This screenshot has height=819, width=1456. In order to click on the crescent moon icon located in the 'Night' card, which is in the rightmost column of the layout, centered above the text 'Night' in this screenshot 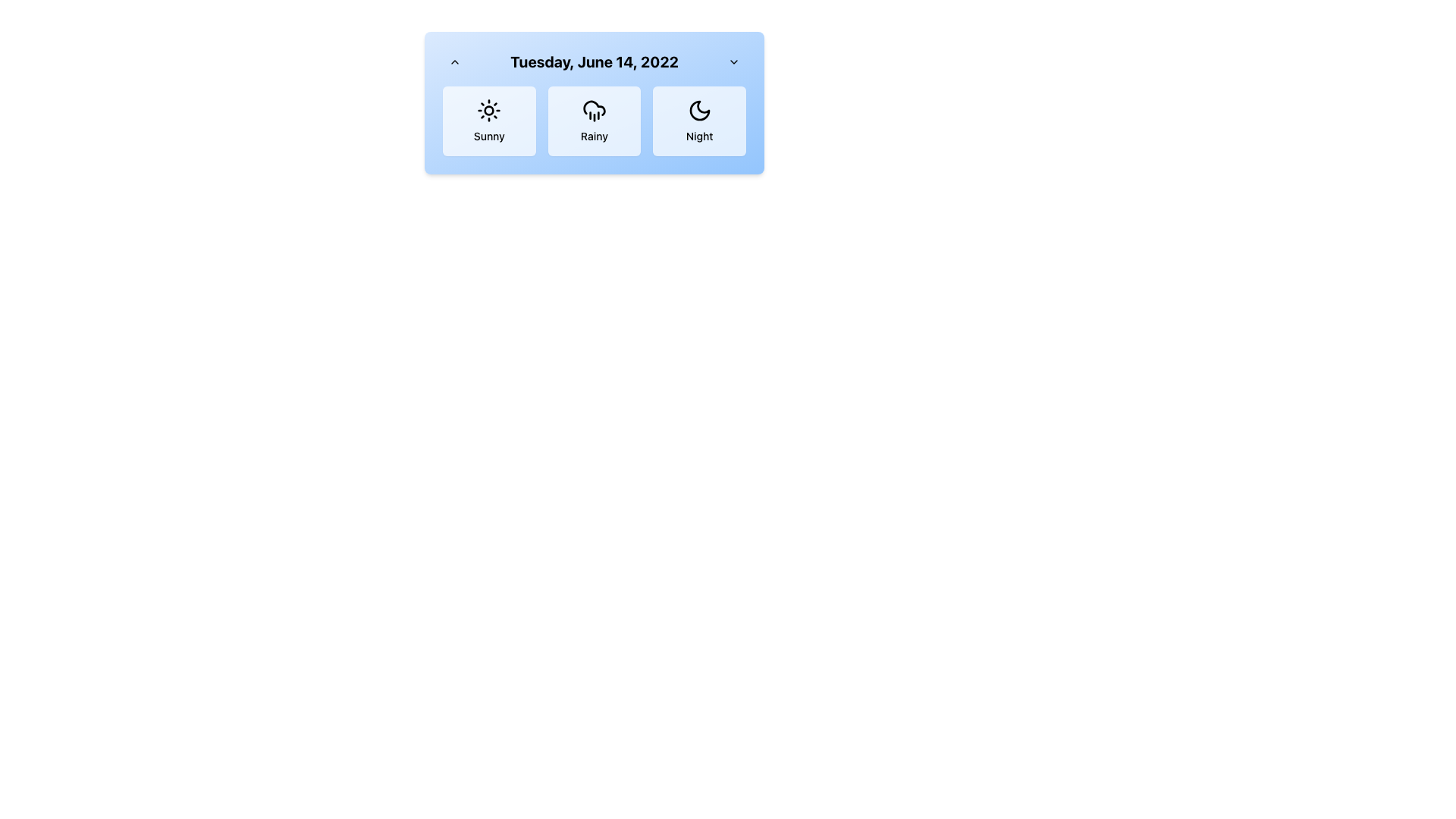, I will do `click(698, 110)`.